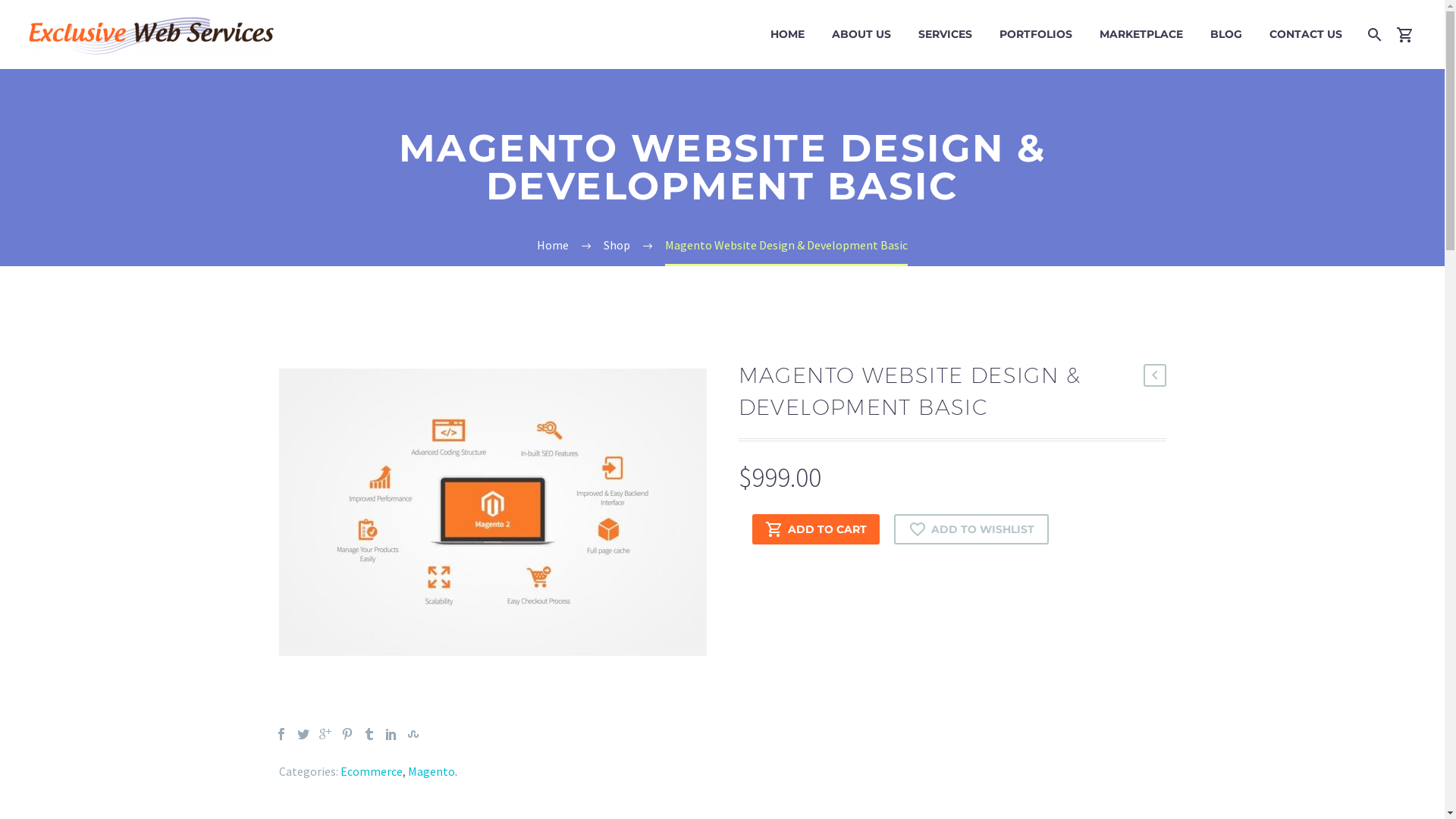  I want to click on 'Magento', so click(431, 771).